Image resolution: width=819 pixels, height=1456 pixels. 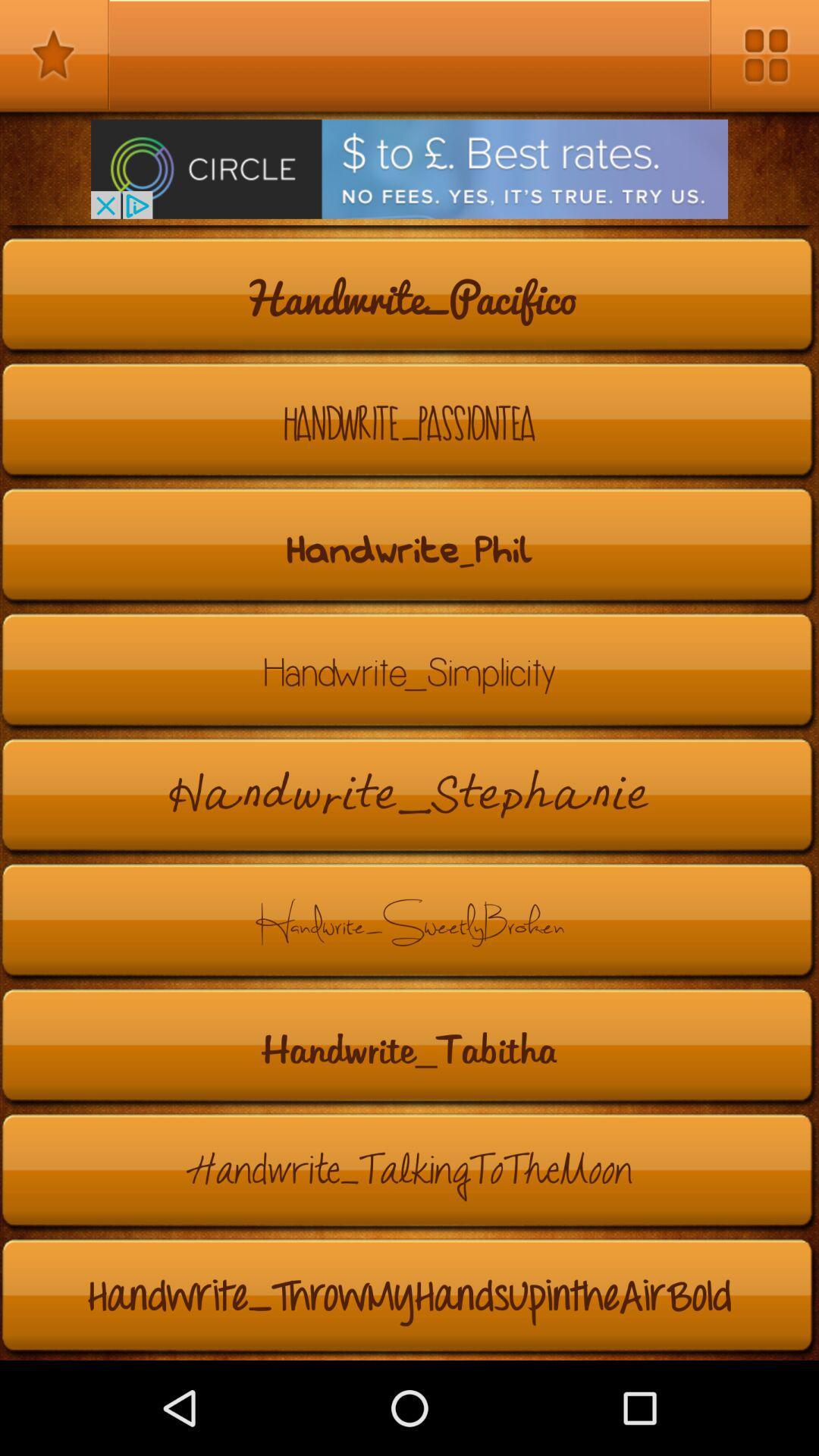 What do you see at coordinates (764, 55) in the screenshot?
I see `menu options` at bounding box center [764, 55].